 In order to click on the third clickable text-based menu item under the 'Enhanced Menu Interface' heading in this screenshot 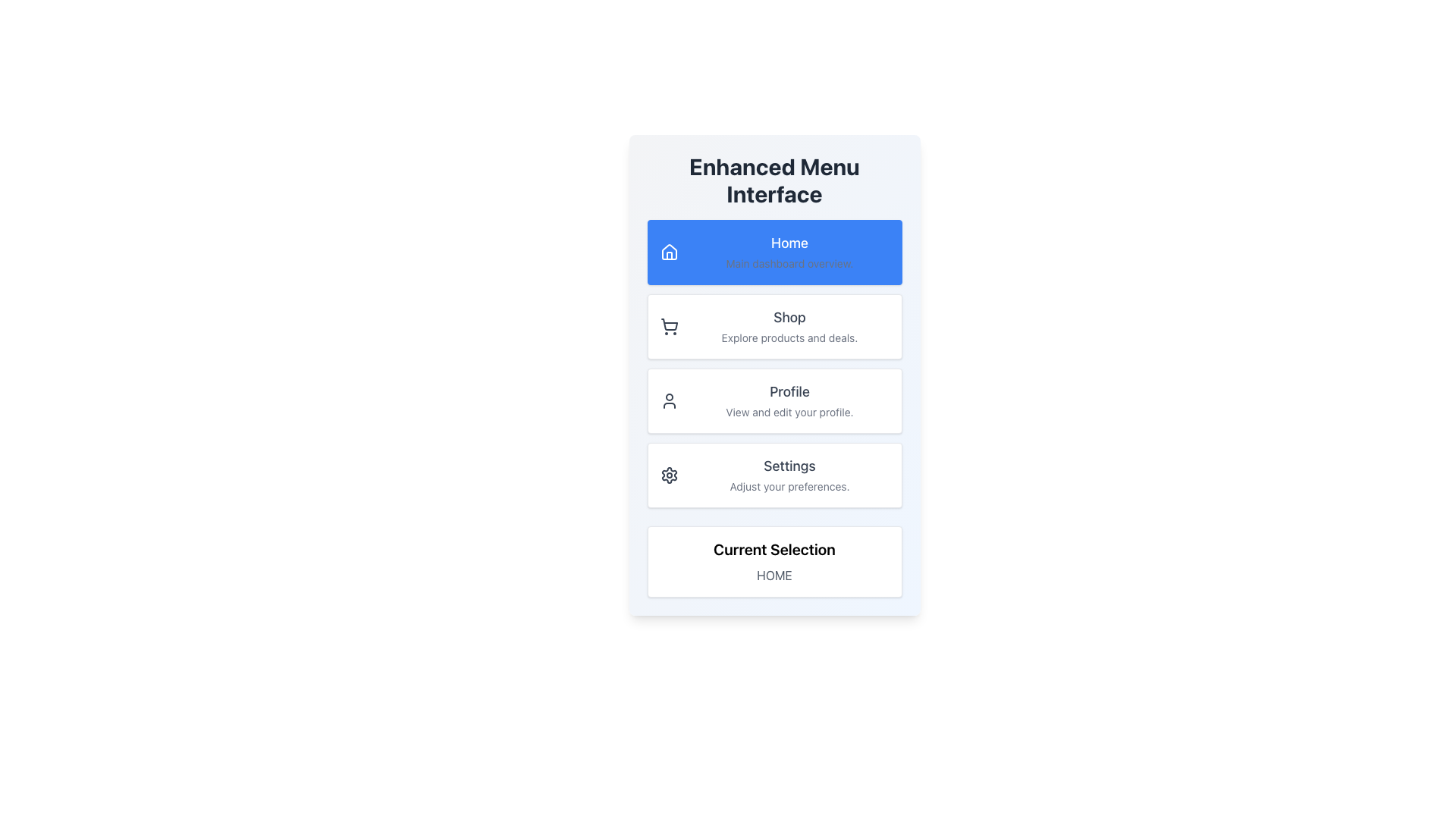, I will do `click(789, 400)`.